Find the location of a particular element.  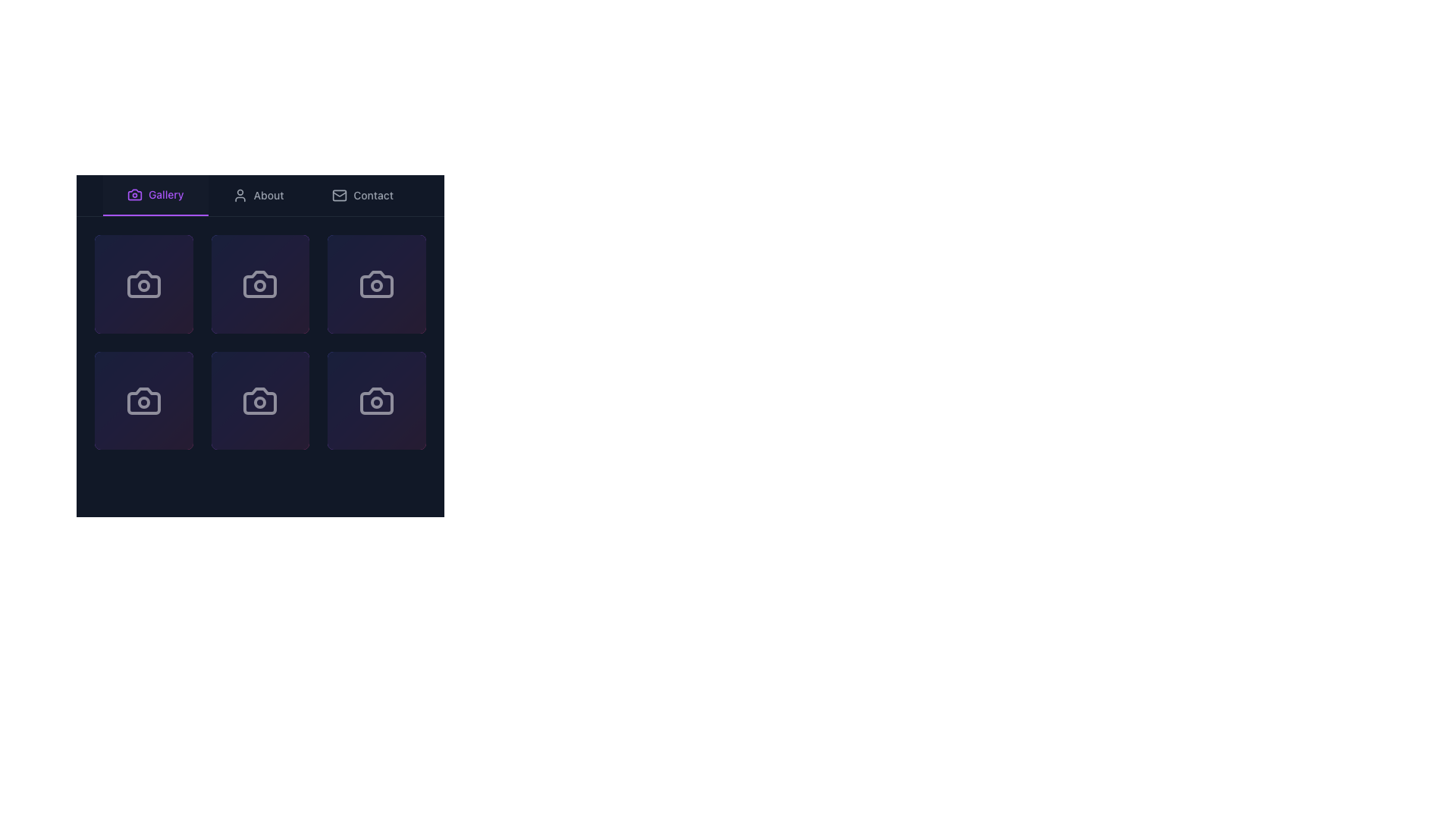

the icon located in the bottom-left tile of a 2x3 grid layout, which is intended for image or camera-related functionality is located at coordinates (143, 400).